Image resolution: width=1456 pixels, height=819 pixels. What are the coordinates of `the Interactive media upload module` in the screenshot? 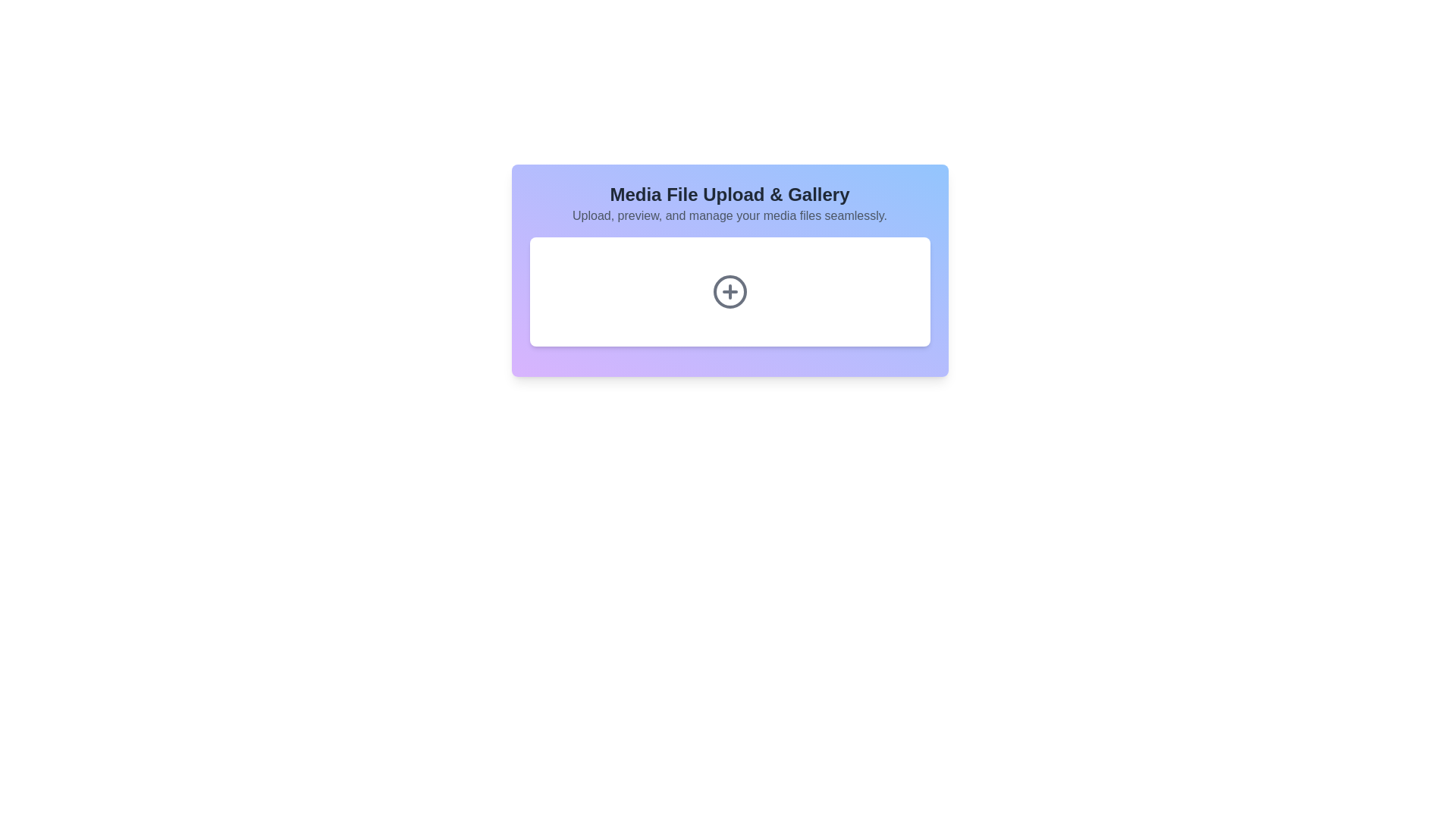 It's located at (730, 270).